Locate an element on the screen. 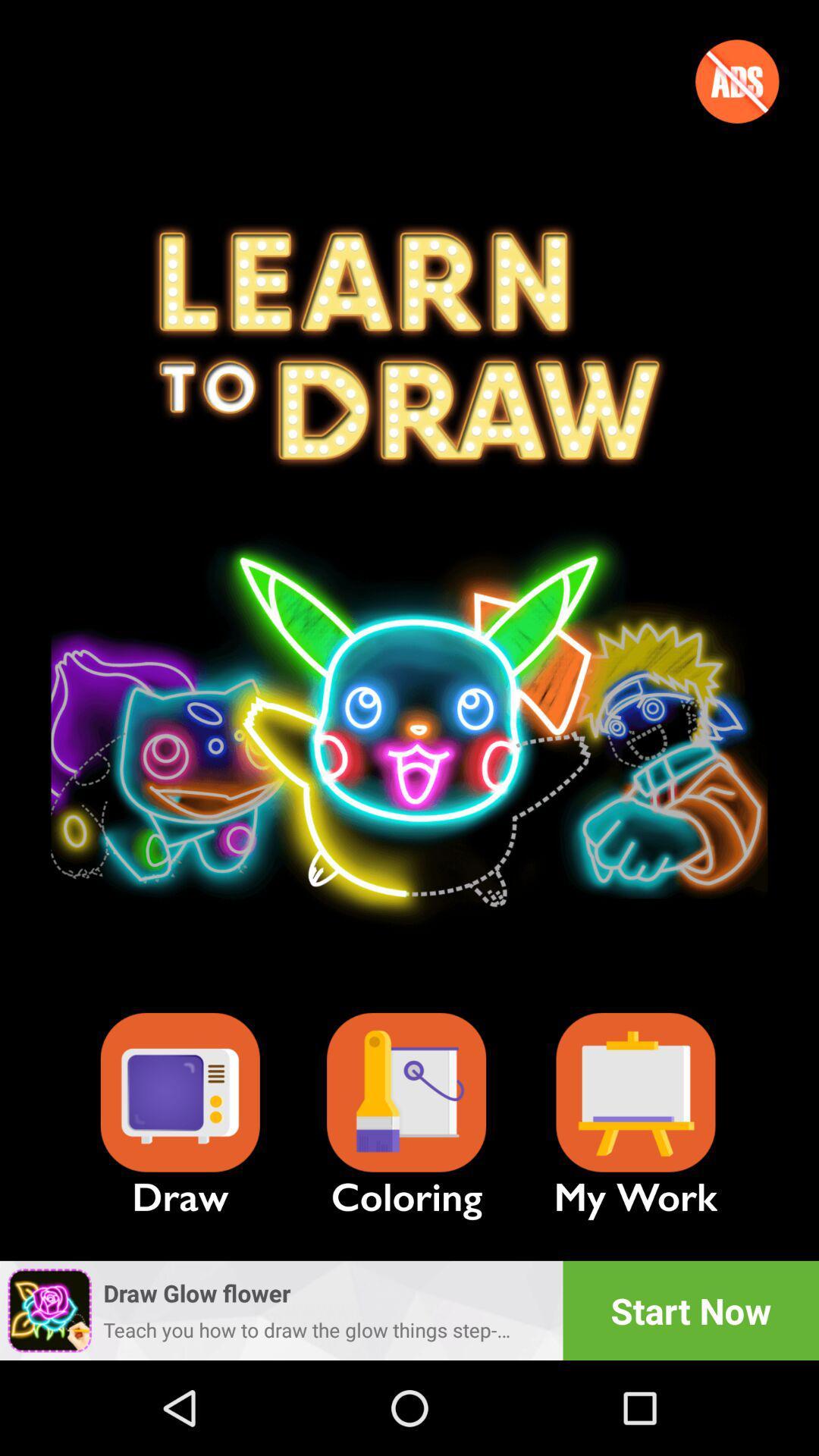 This screenshot has height=1456, width=819. the item next to my work is located at coordinates (406, 1093).